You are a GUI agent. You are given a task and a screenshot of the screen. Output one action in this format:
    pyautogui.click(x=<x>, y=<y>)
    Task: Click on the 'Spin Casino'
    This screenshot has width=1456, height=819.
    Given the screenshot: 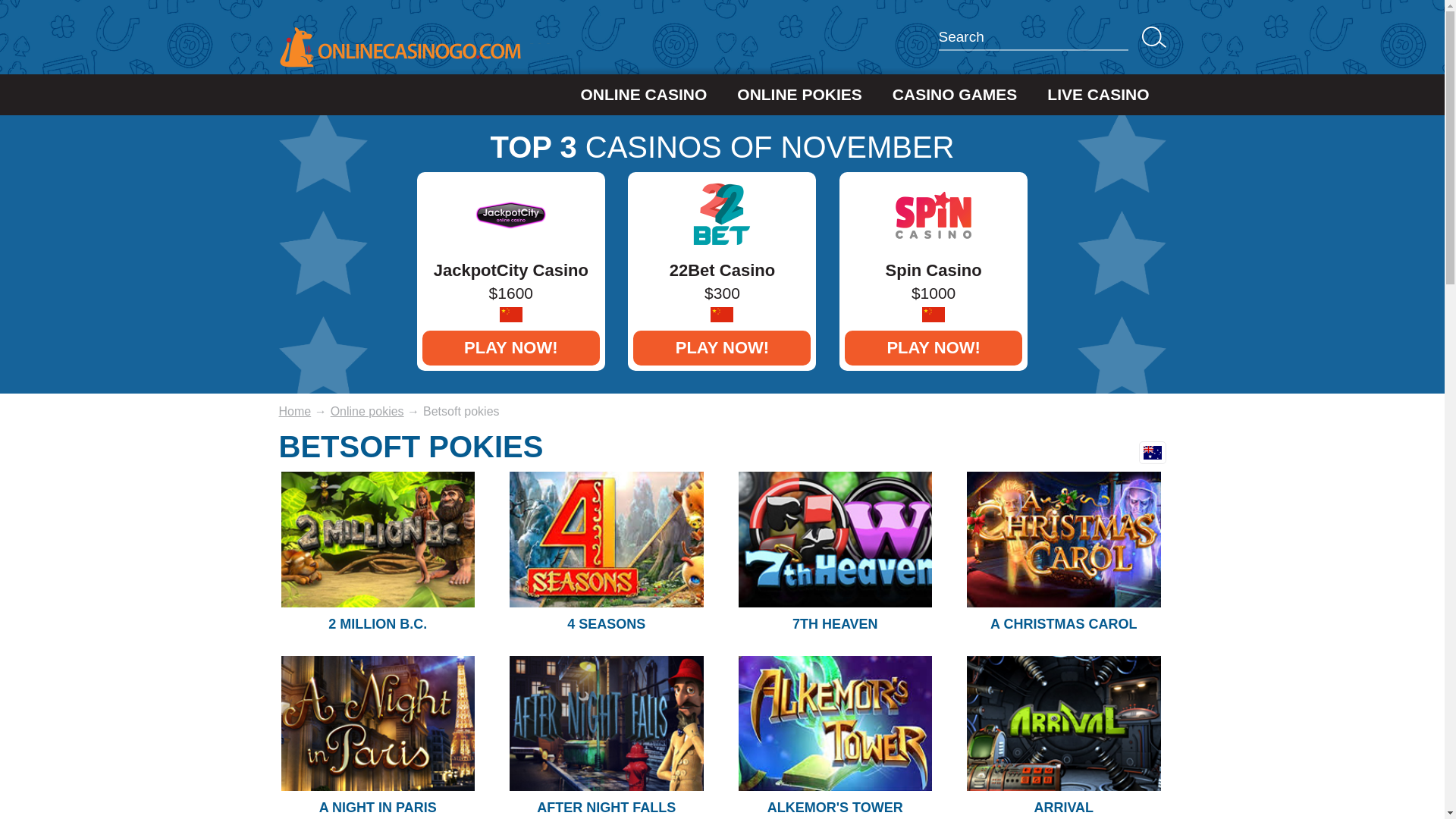 What is the action you would take?
    pyautogui.click(x=932, y=228)
    